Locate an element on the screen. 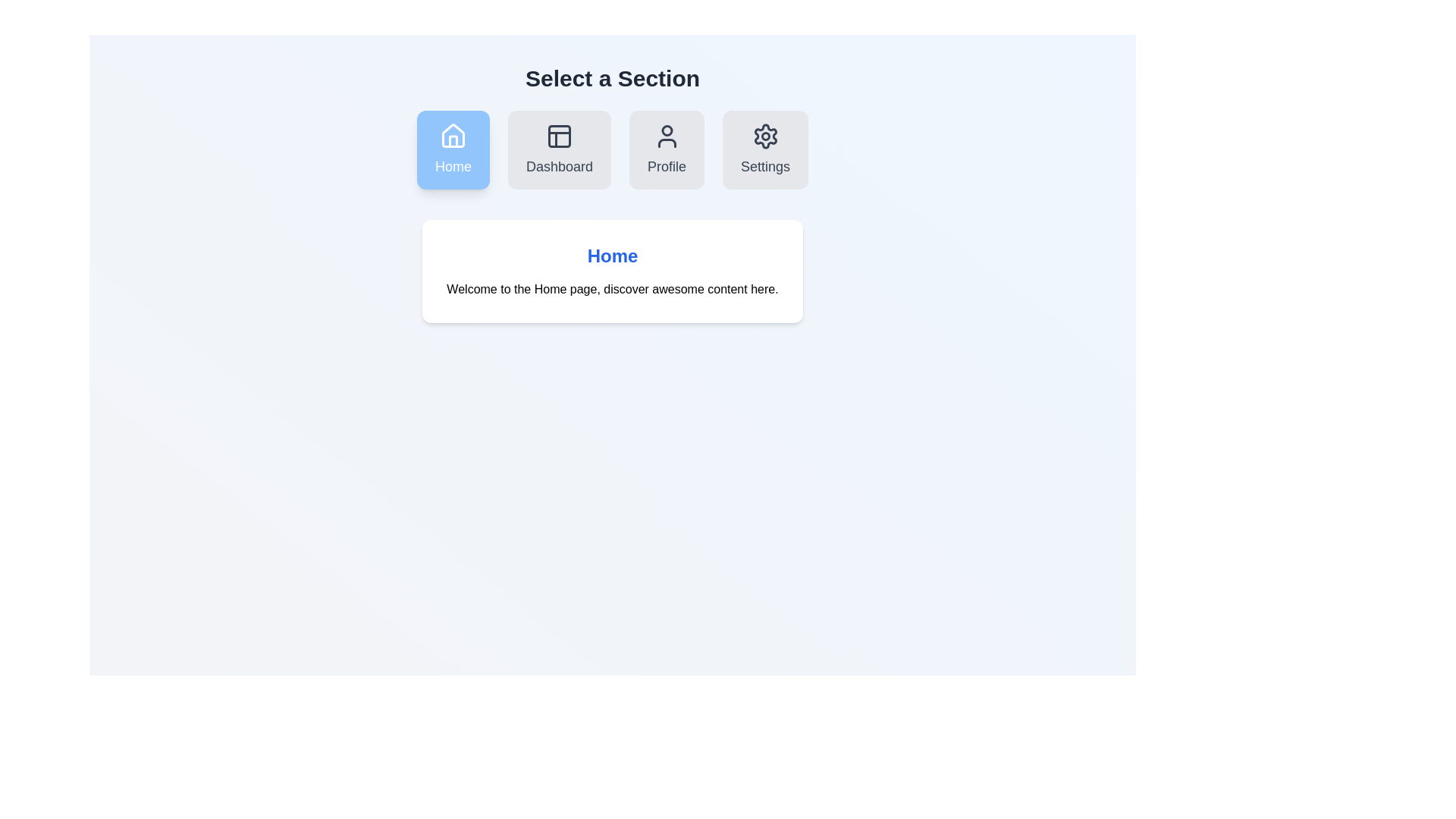  the Settings section icon to select it is located at coordinates (765, 149).